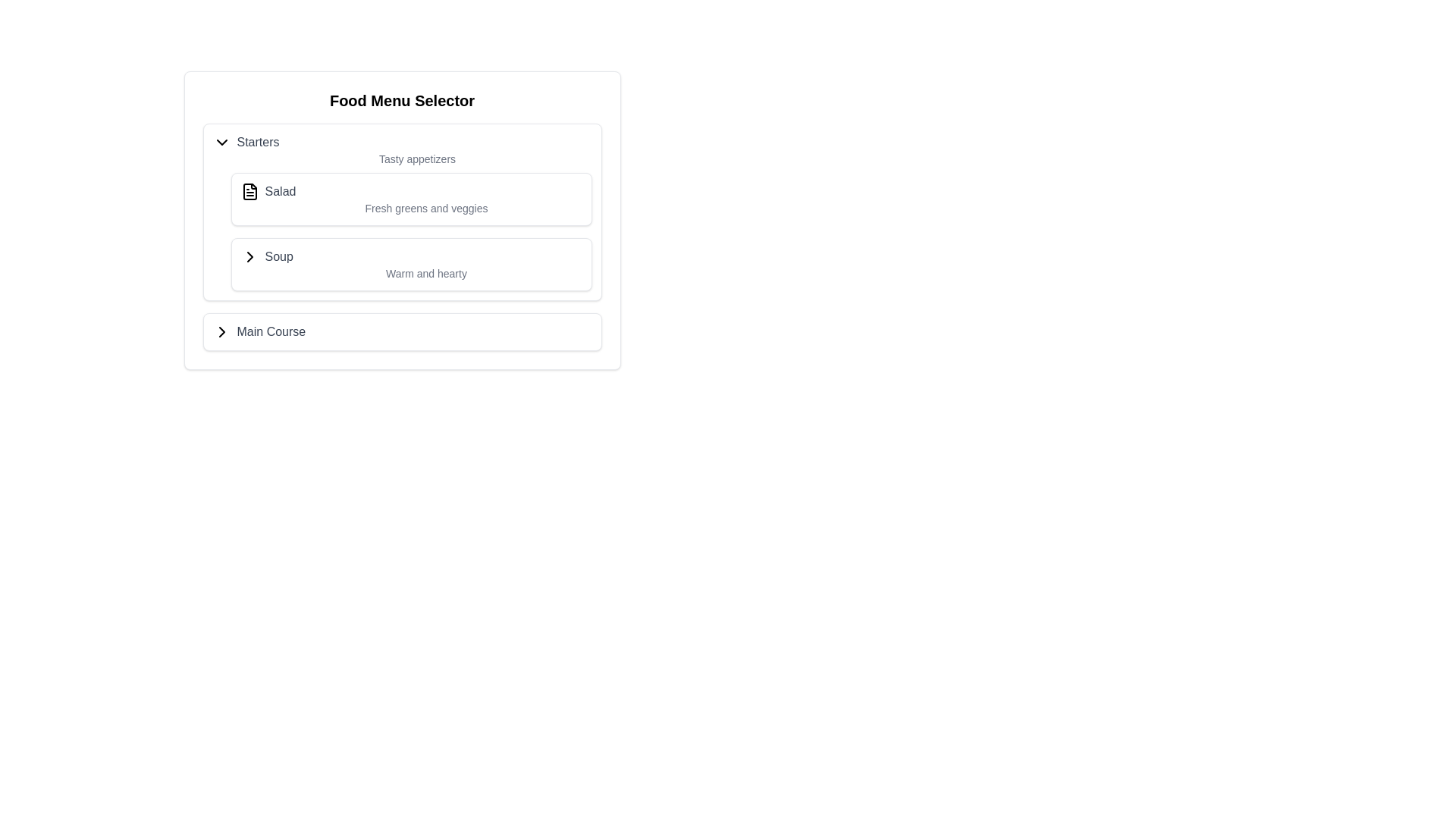 The image size is (1456, 819). I want to click on the document icon with a minimalist outline located to the left of the 'Salad' text in the 'Food Menu Selector', so click(249, 191).